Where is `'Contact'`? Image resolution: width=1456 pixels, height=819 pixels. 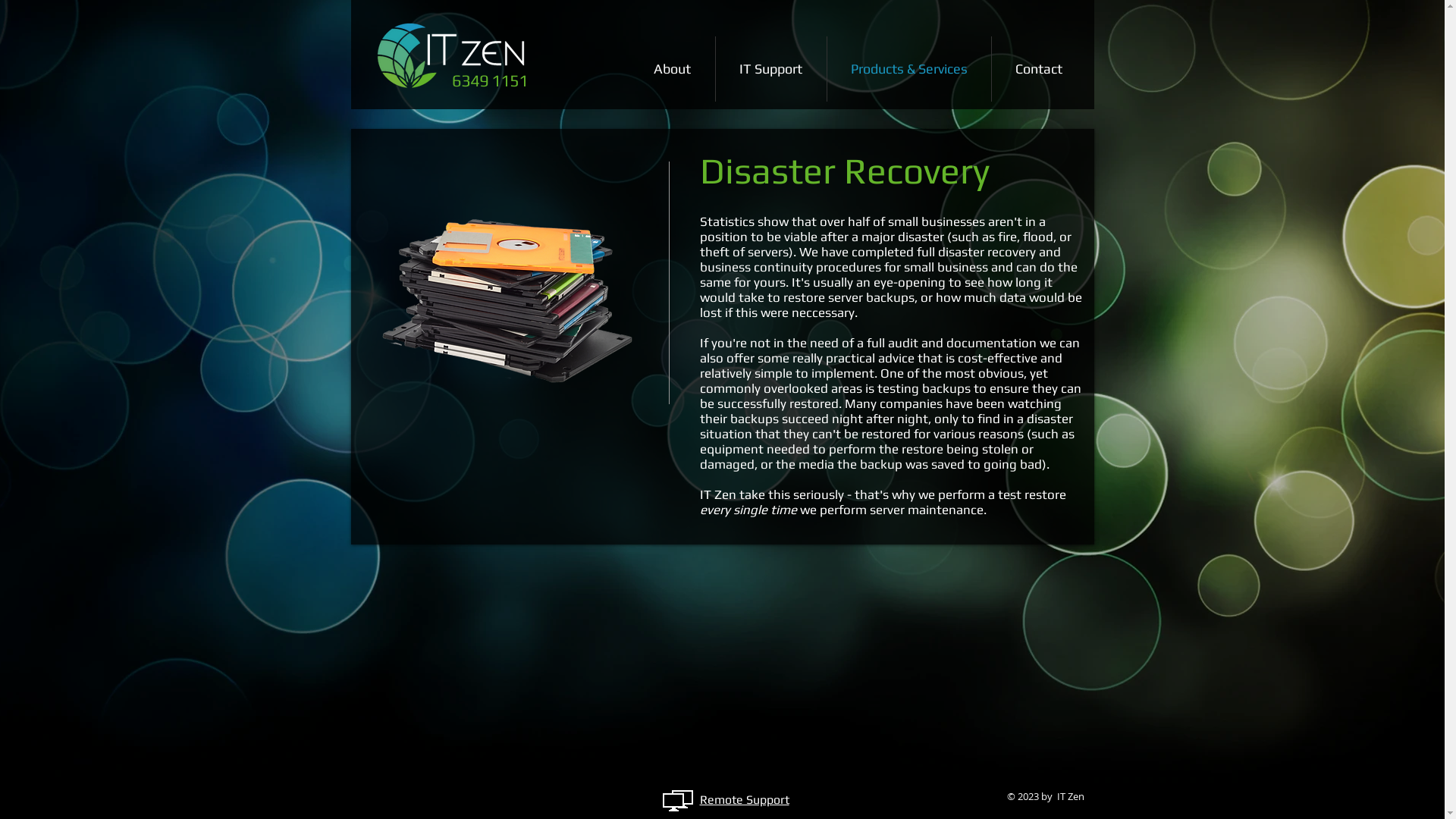 'Contact' is located at coordinates (1037, 69).